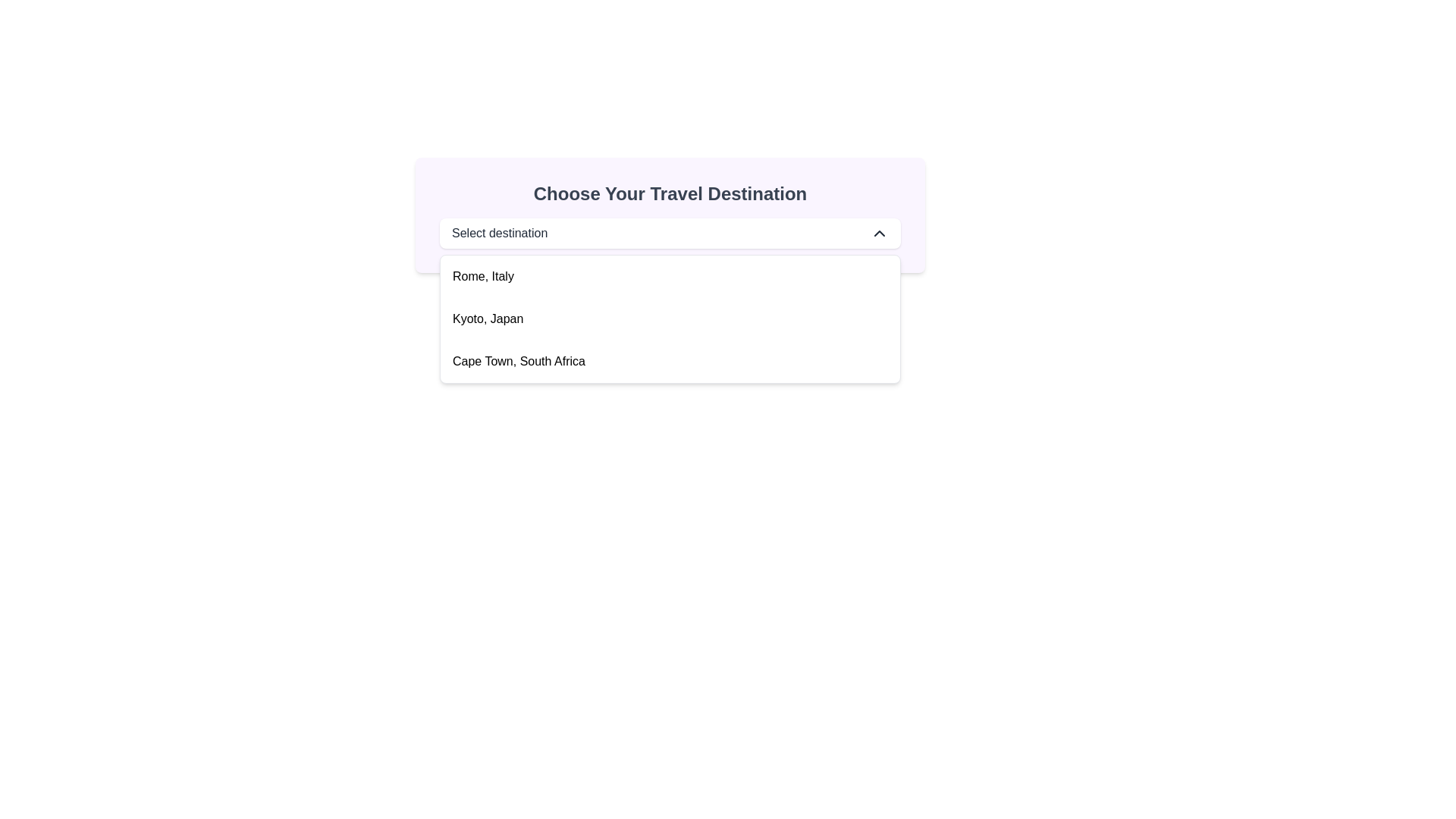  Describe the element at coordinates (482, 277) in the screenshot. I see `the first entry in the dropdown list labeled 'Select destination'` at that location.